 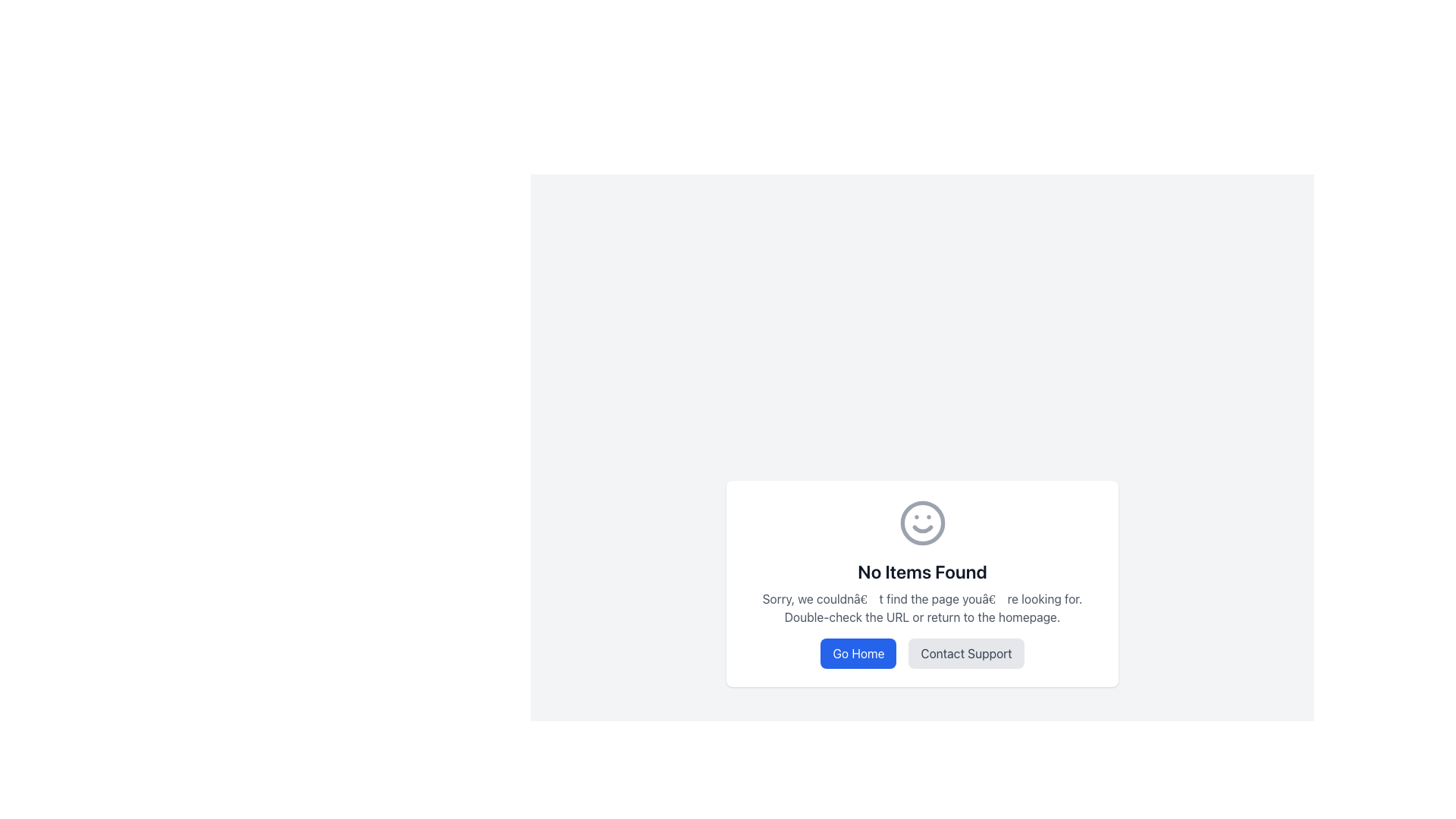 What do you see at coordinates (921, 607) in the screenshot?
I see `the text block displaying the message 'Sorry, we couldn’t find the page you’re looking for.' which is centrally aligned below 'No Items Found' and above the buttons 'Go Home' and 'Contact Support'` at bounding box center [921, 607].